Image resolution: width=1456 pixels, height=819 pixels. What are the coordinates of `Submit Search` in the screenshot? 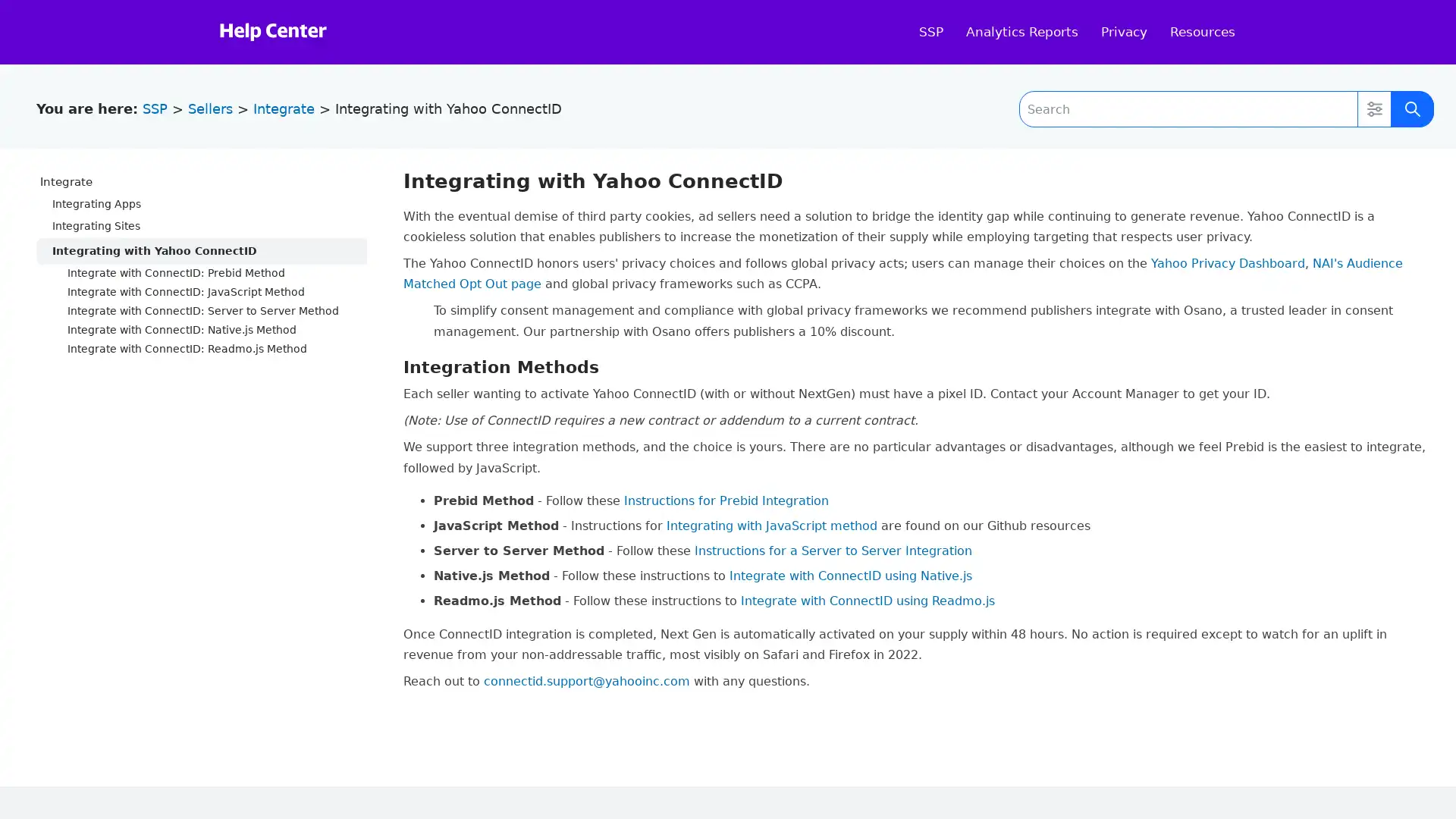 It's located at (1411, 108).